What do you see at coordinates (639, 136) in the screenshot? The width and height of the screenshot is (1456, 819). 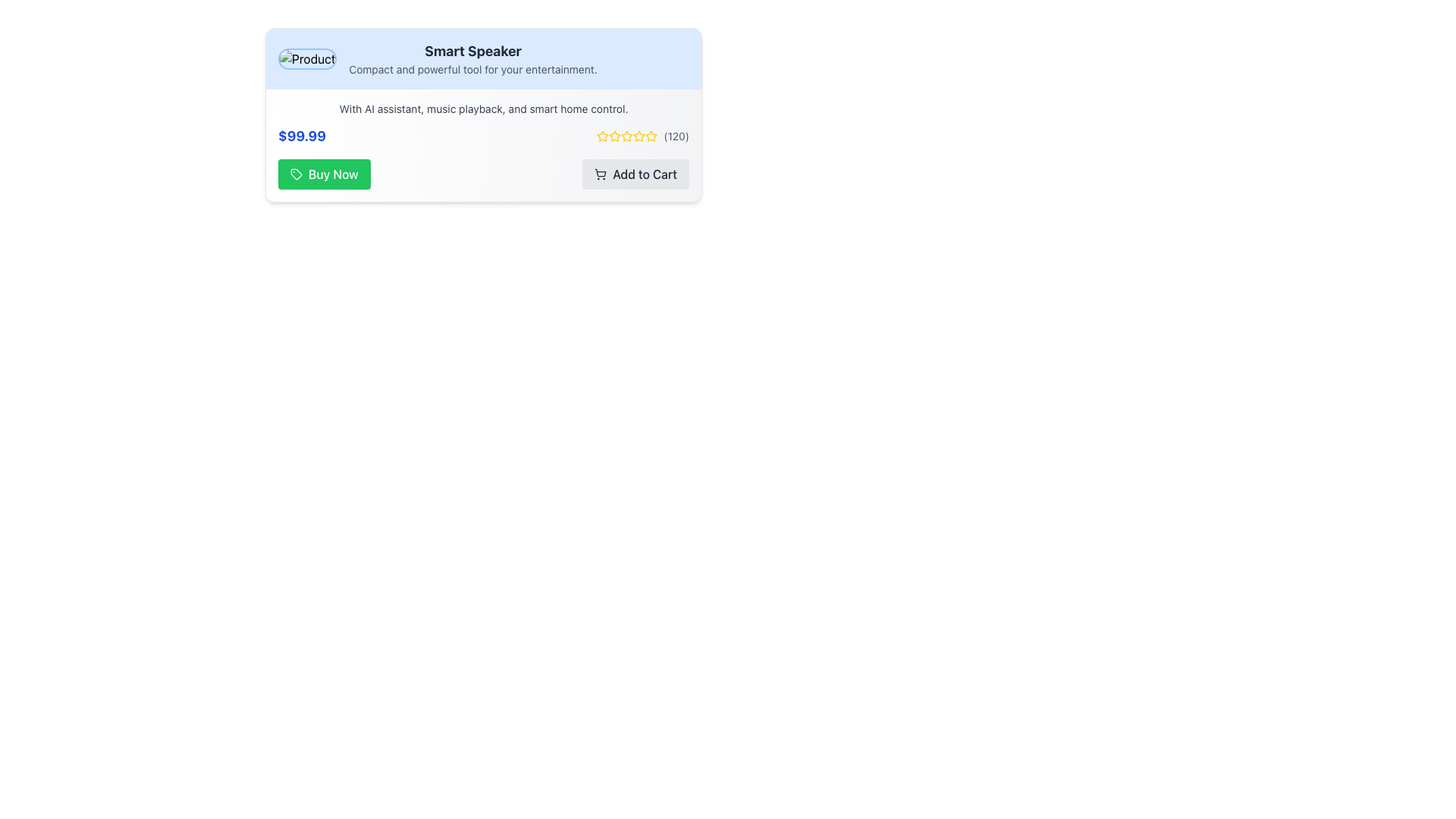 I see `the fourth star icon in the 5-star rating system, which visually indicates the rating level and is located directly to the left of the numeric indicator '(120)'` at bounding box center [639, 136].